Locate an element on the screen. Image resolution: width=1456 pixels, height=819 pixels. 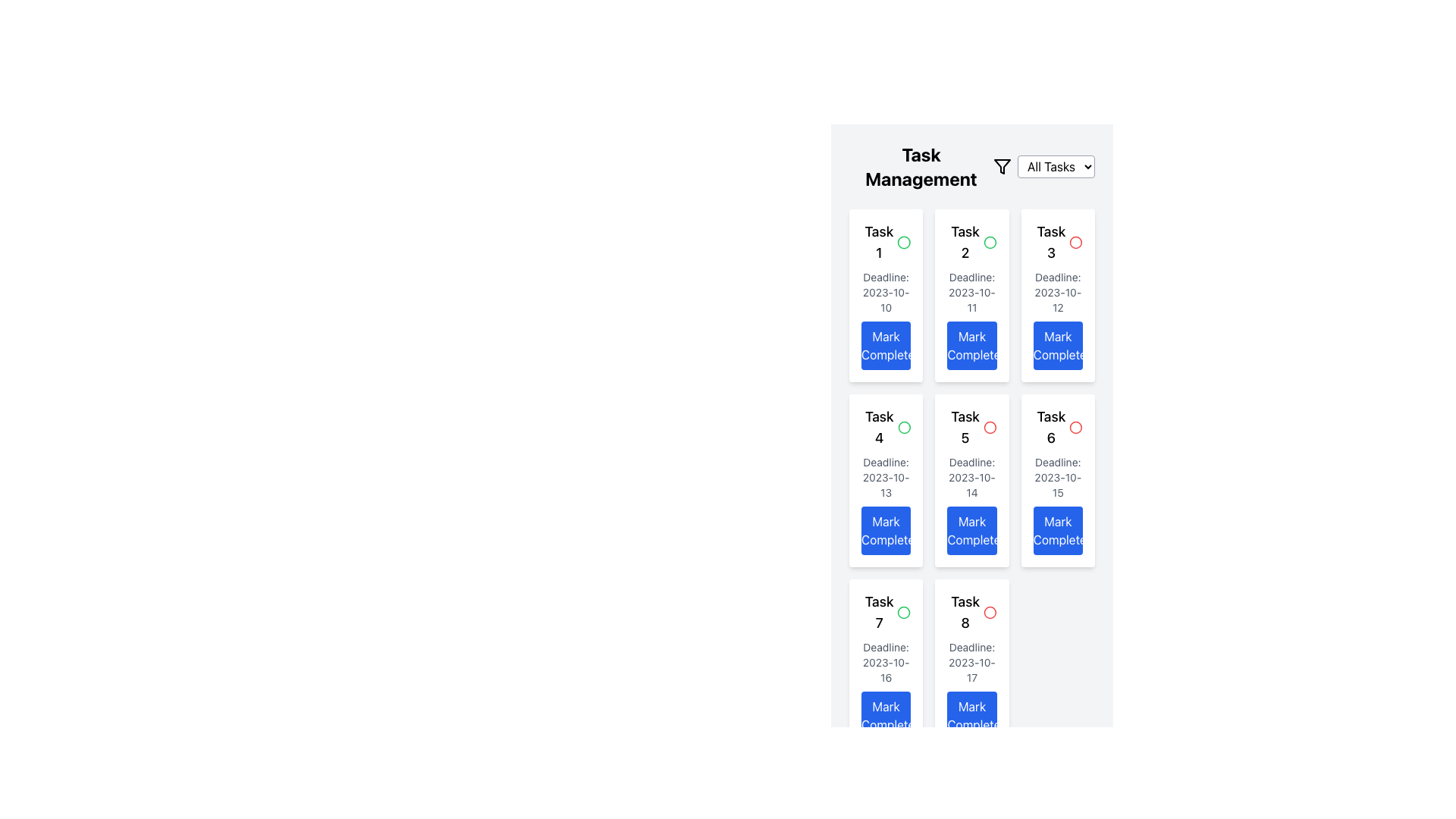
the button on the sixth task card in the second column, third row to mark the task as completed is located at coordinates (1057, 480).